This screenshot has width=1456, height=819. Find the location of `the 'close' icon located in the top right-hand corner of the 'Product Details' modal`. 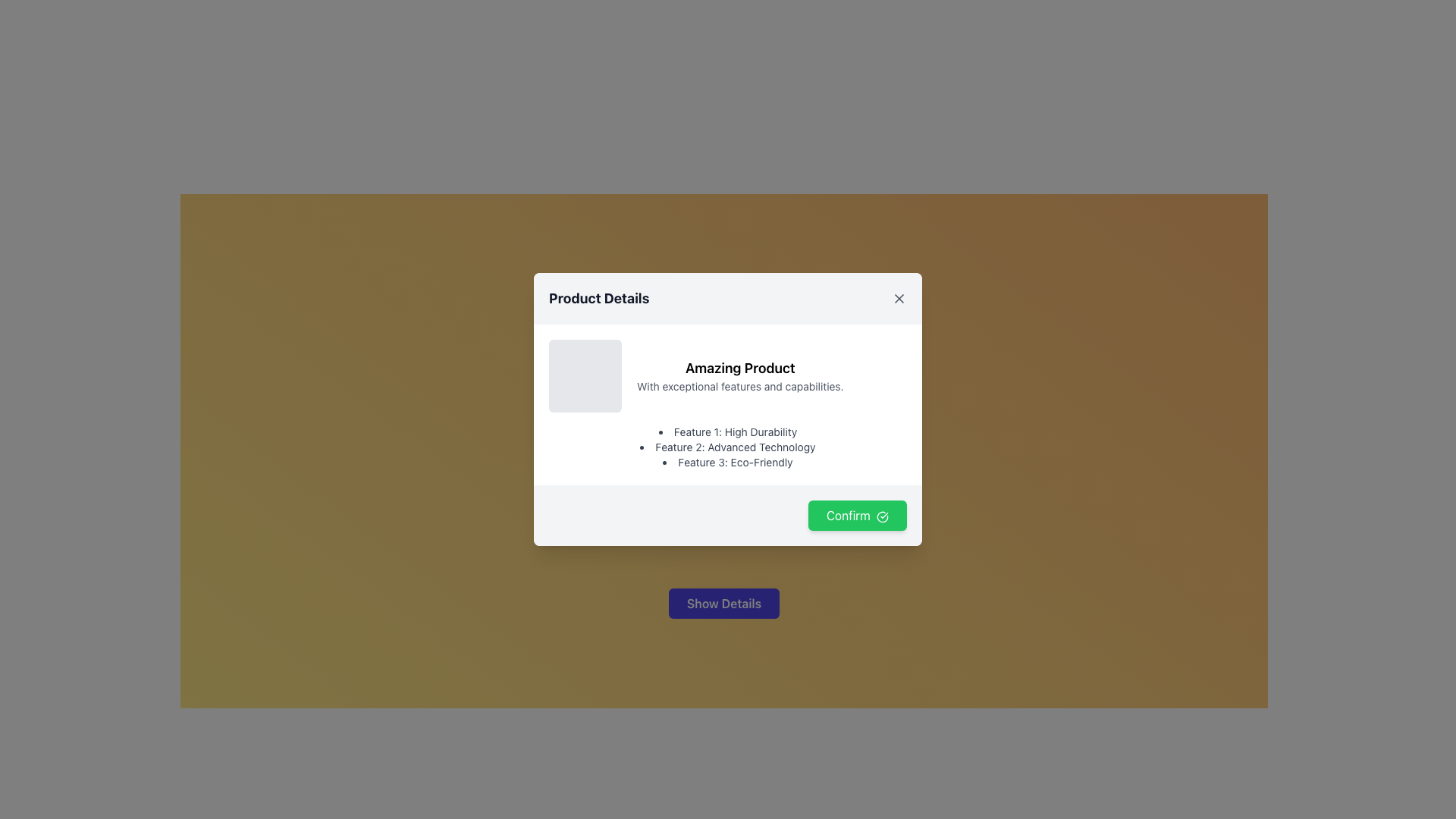

the 'close' icon located in the top right-hand corner of the 'Product Details' modal is located at coordinates (899, 298).